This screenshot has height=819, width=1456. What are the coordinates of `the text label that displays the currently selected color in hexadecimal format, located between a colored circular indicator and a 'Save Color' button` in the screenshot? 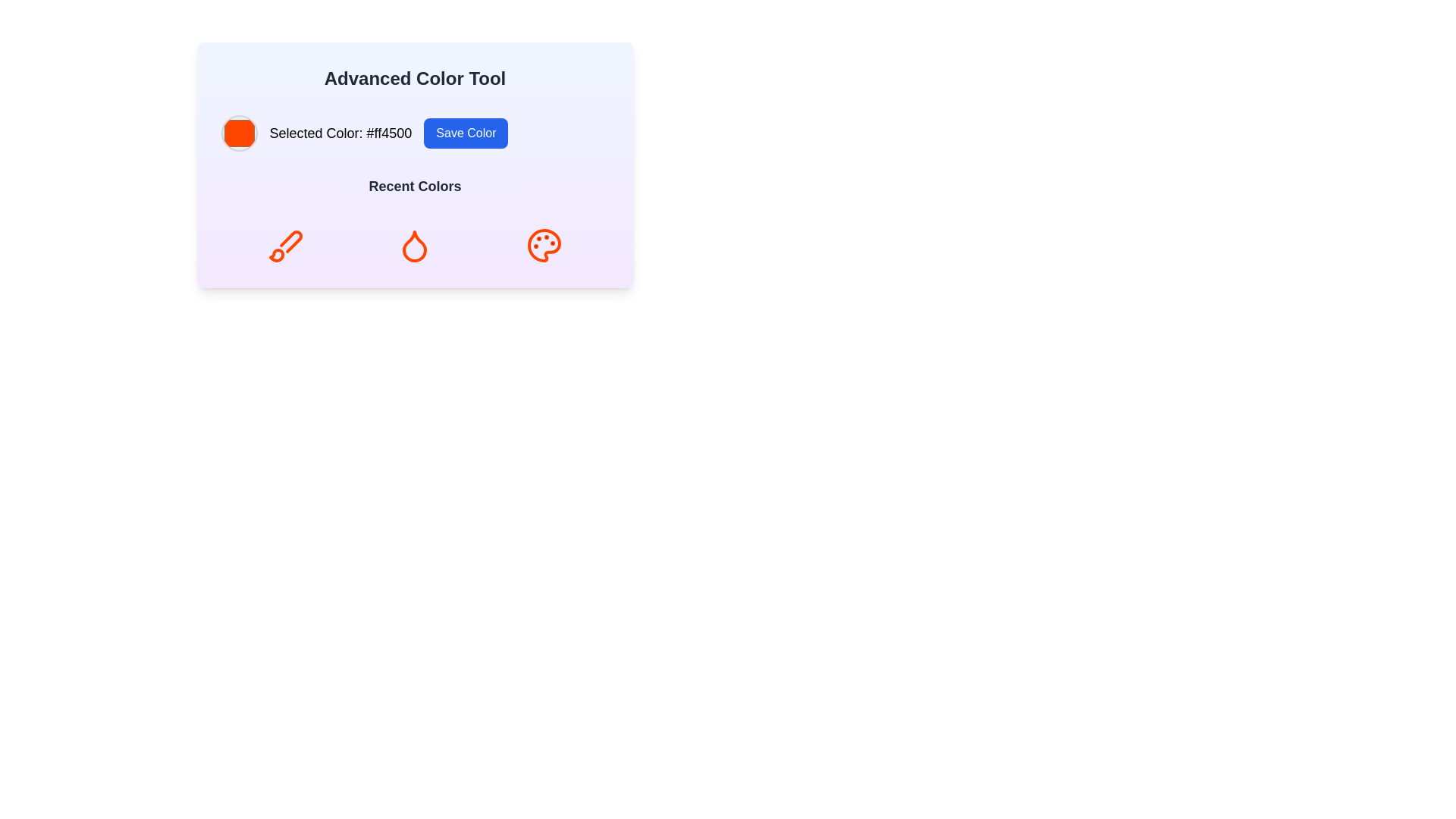 It's located at (340, 133).